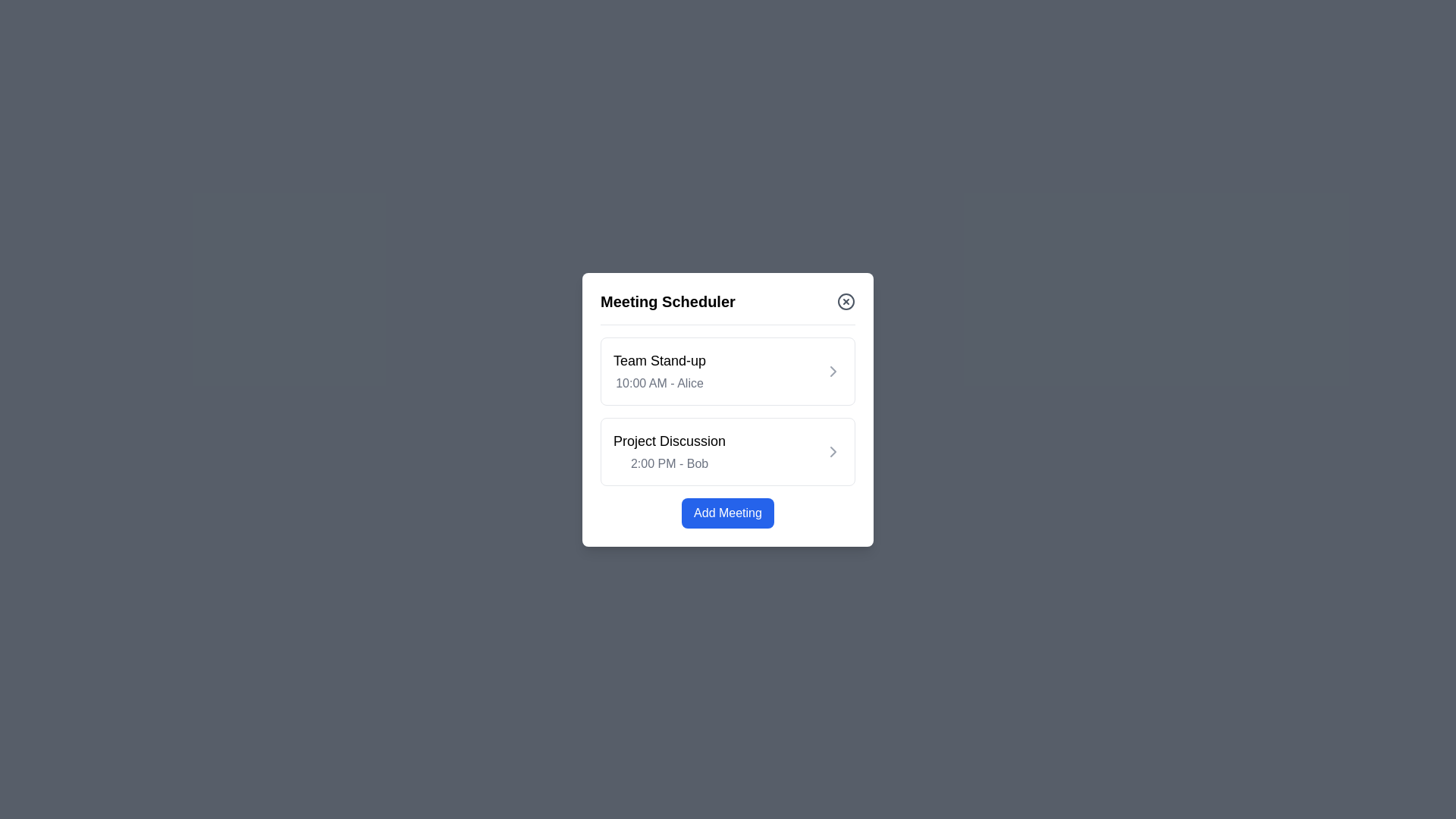 The image size is (1456, 819). What do you see at coordinates (659, 360) in the screenshot?
I see `the title text label for the scheduled meeting located in the first section of the meeting list under the 'Meeting Scheduler' header` at bounding box center [659, 360].